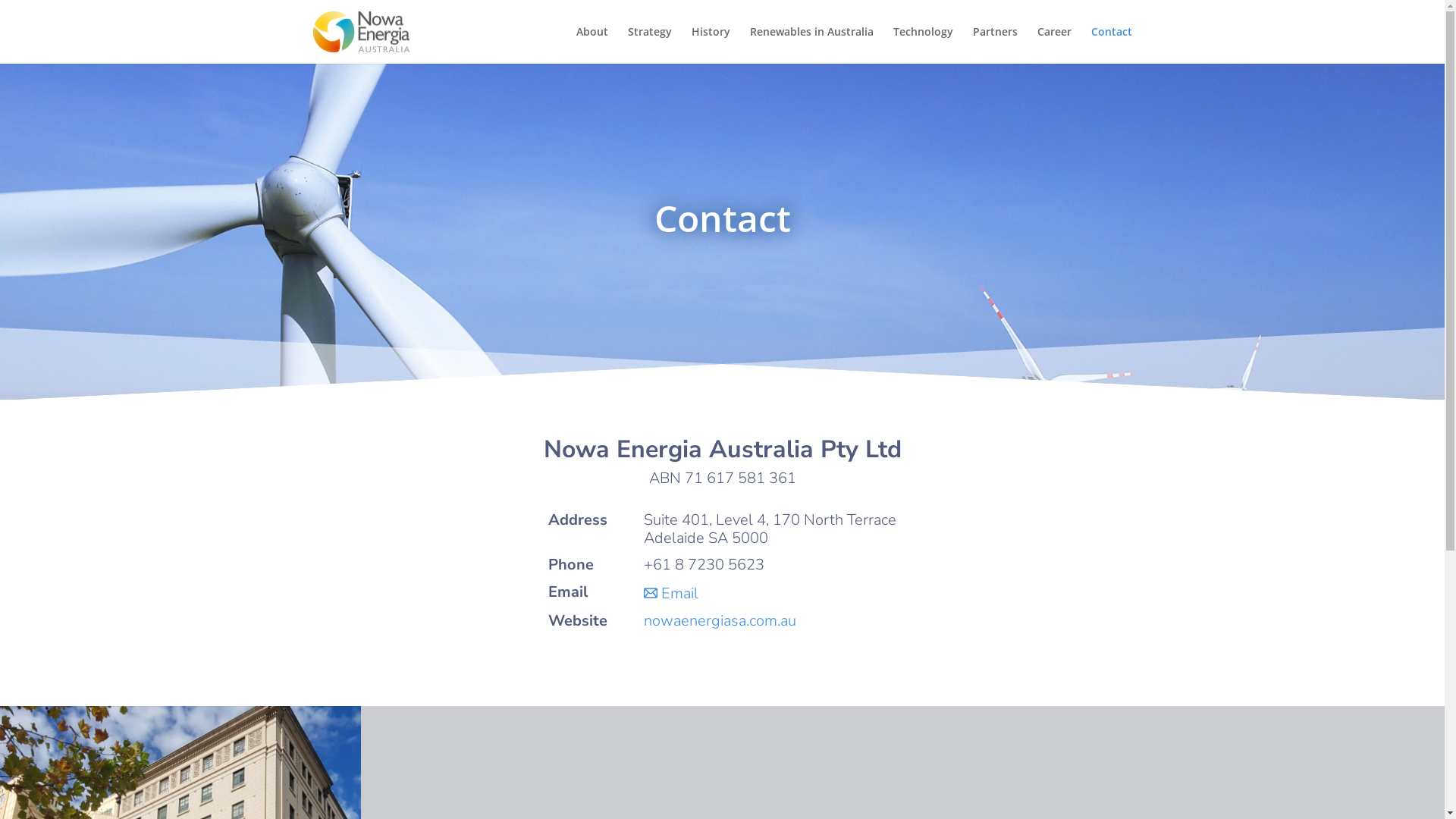 Image resolution: width=1456 pixels, height=819 pixels. I want to click on 'nowaenergiasa.com.au', so click(644, 620).